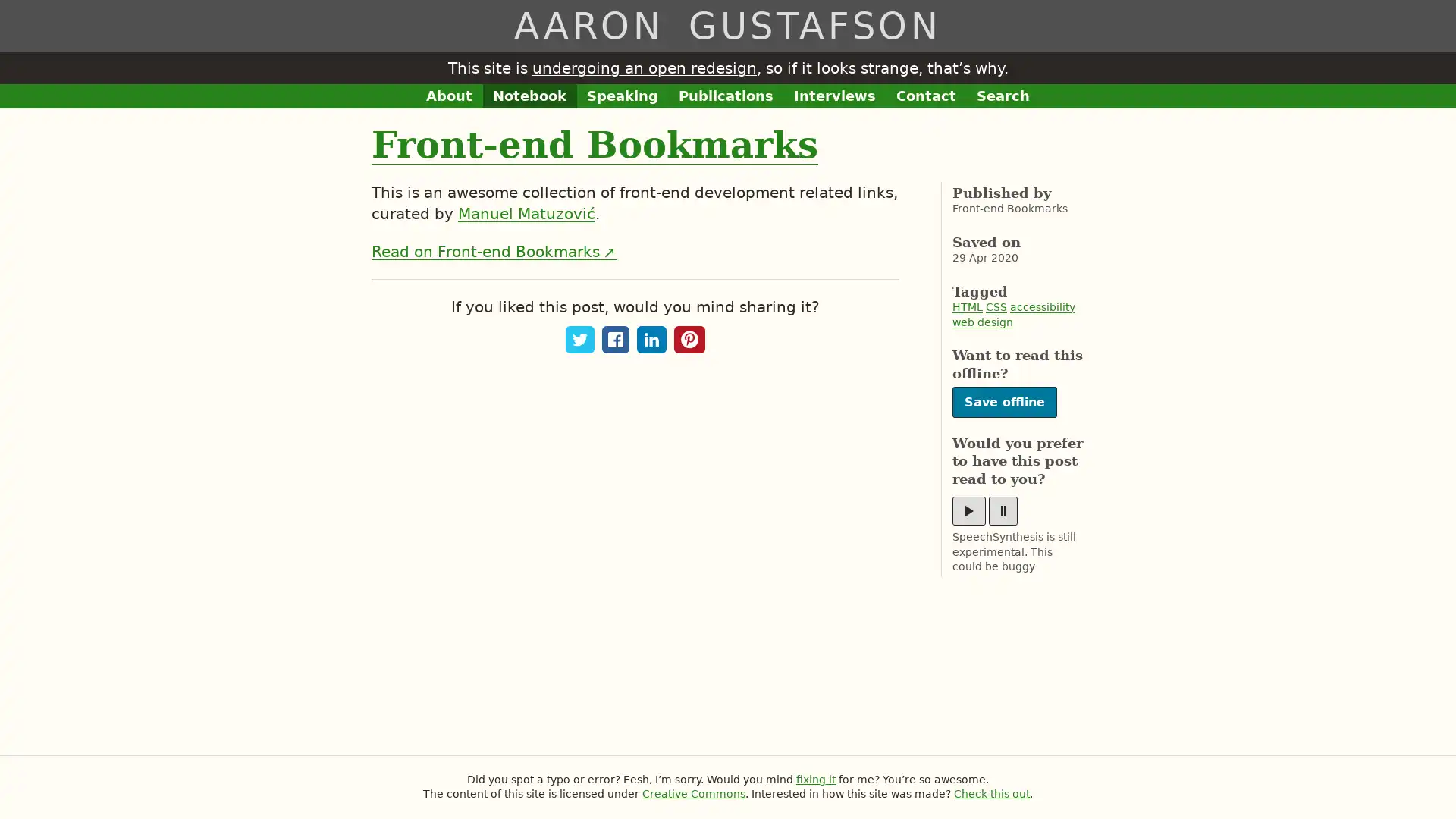 The width and height of the screenshot is (1456, 819). Describe the element at coordinates (1003, 511) in the screenshot. I see `Pause` at that location.